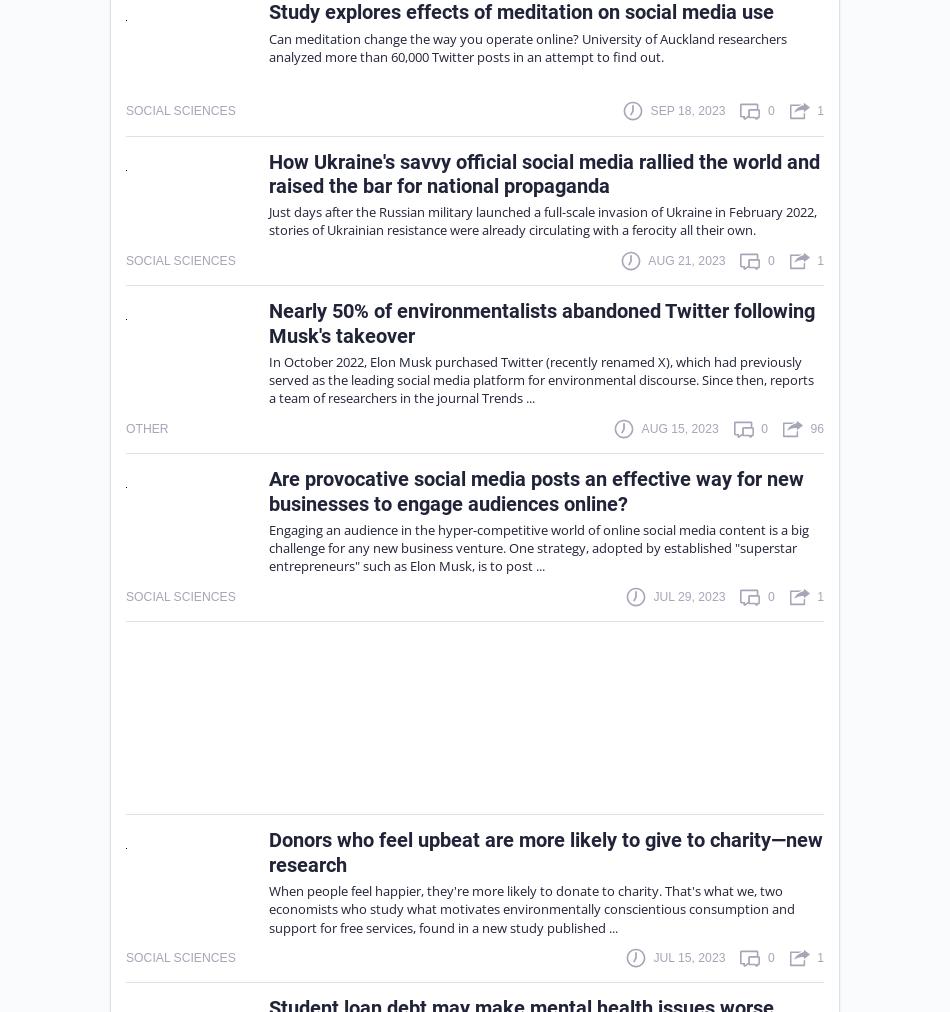 The image size is (950, 1012). What do you see at coordinates (687, 109) in the screenshot?
I see `'Sep 18, 2023'` at bounding box center [687, 109].